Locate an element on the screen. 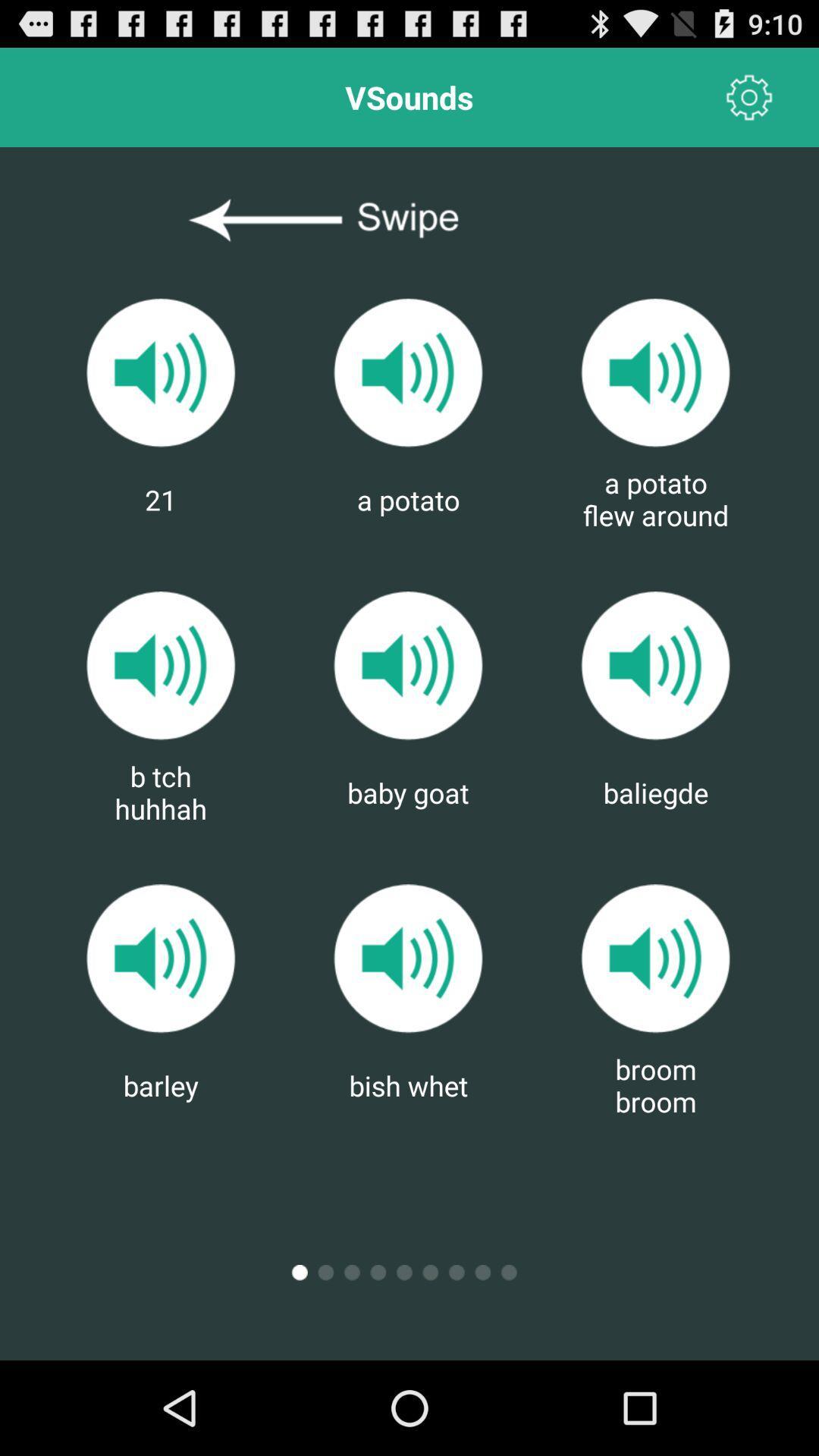 The height and width of the screenshot is (1456, 819). settings button is located at coordinates (748, 96).